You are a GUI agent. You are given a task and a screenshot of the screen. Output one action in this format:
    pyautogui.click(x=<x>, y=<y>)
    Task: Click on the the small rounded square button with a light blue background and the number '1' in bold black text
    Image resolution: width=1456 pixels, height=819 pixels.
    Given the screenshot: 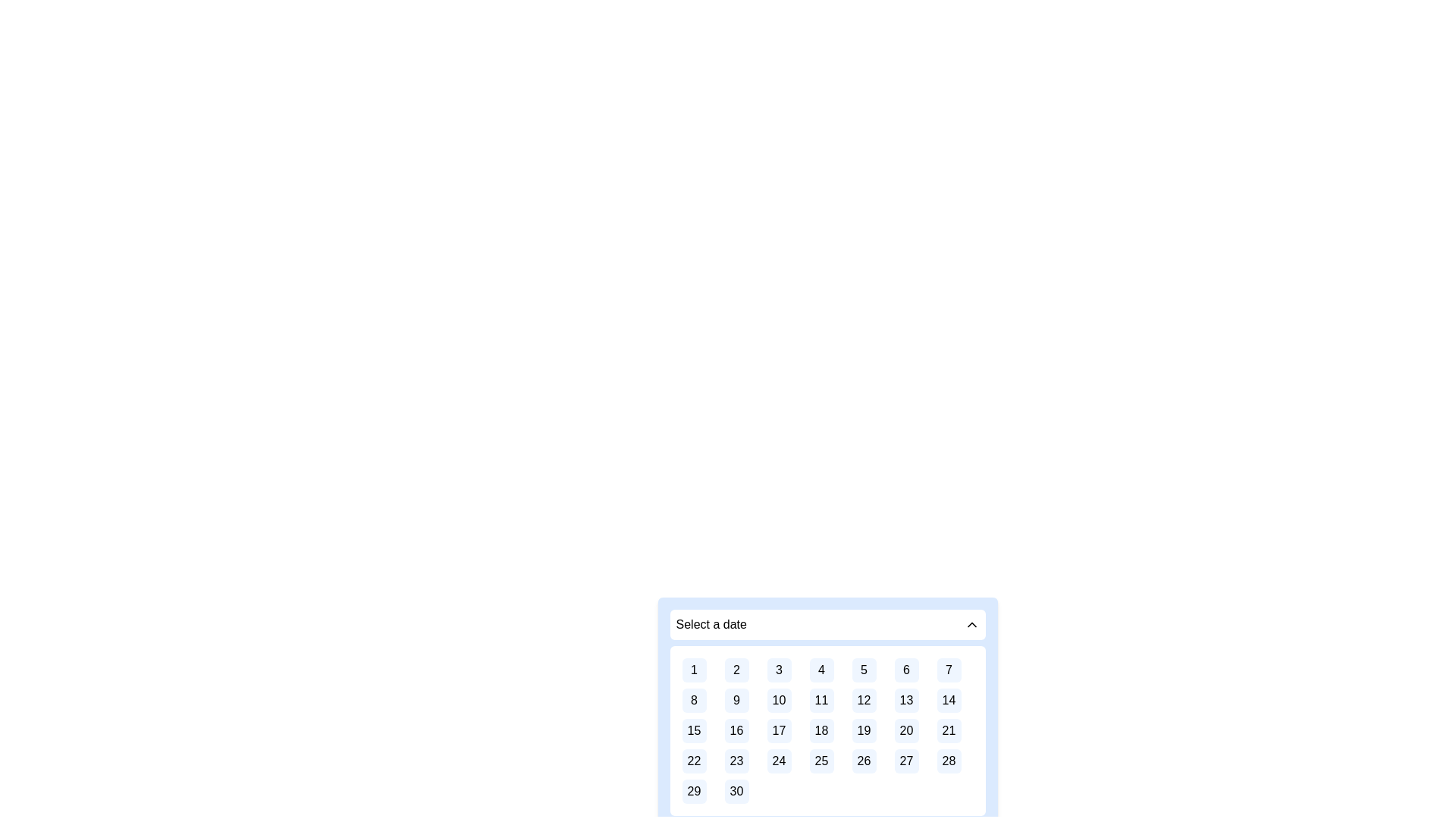 What is the action you would take?
    pyautogui.click(x=693, y=669)
    